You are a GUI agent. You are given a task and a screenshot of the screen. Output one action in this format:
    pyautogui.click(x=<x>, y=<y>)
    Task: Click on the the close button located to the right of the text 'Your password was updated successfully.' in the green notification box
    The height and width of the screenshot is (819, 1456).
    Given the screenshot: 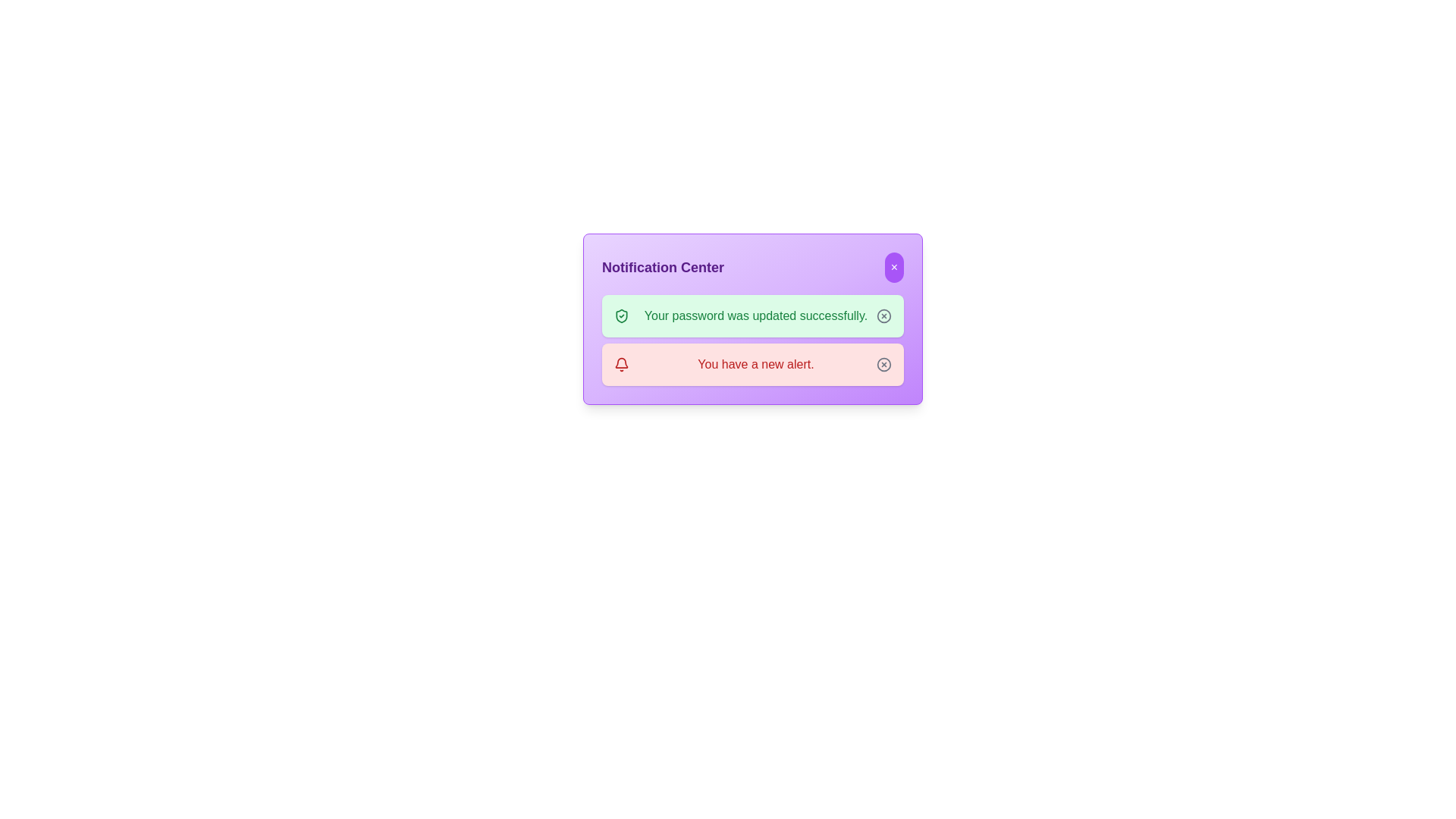 What is the action you would take?
    pyautogui.click(x=884, y=315)
    